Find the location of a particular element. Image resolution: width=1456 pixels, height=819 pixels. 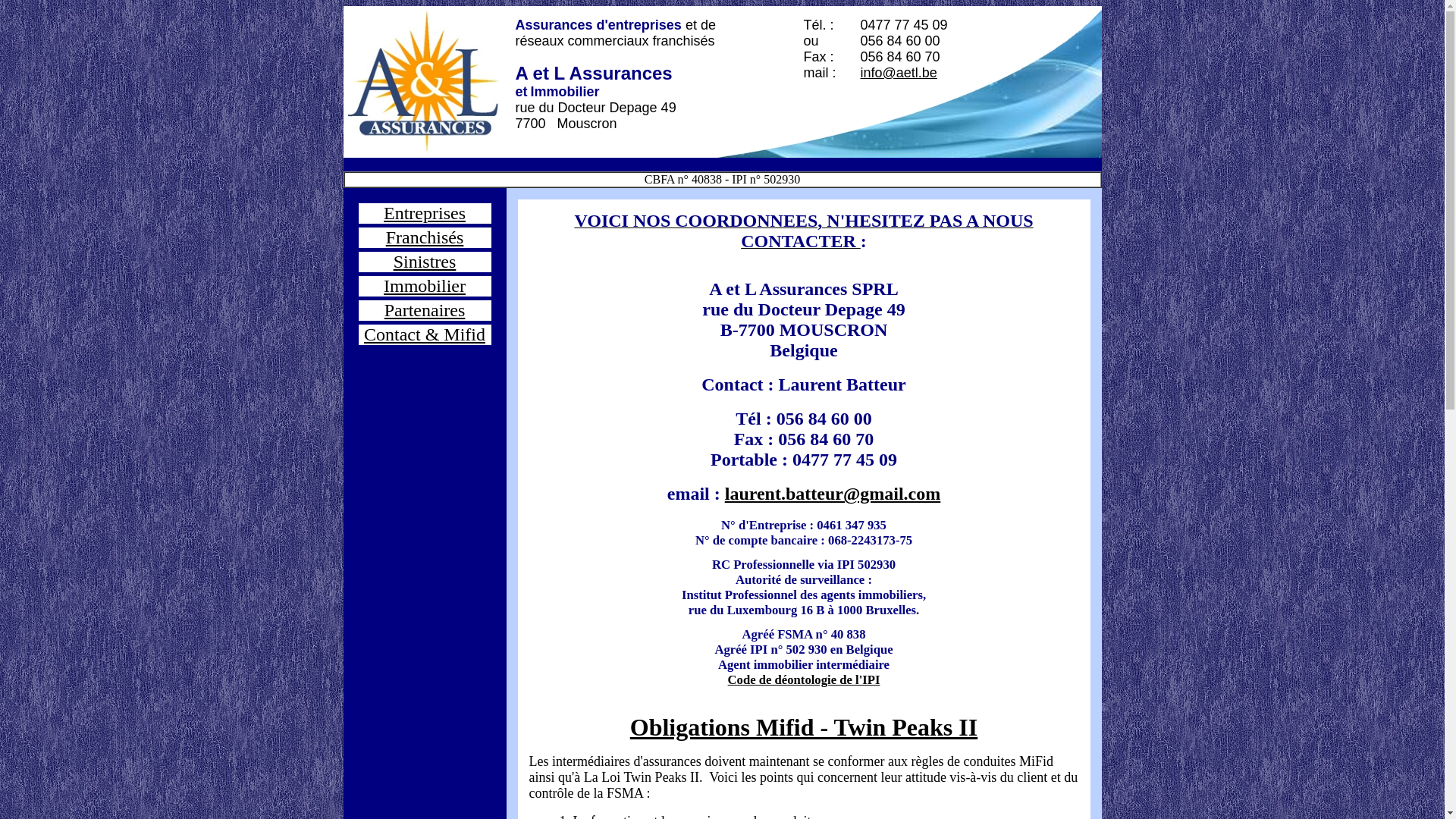

'Contact & Mifid' is located at coordinates (425, 333).